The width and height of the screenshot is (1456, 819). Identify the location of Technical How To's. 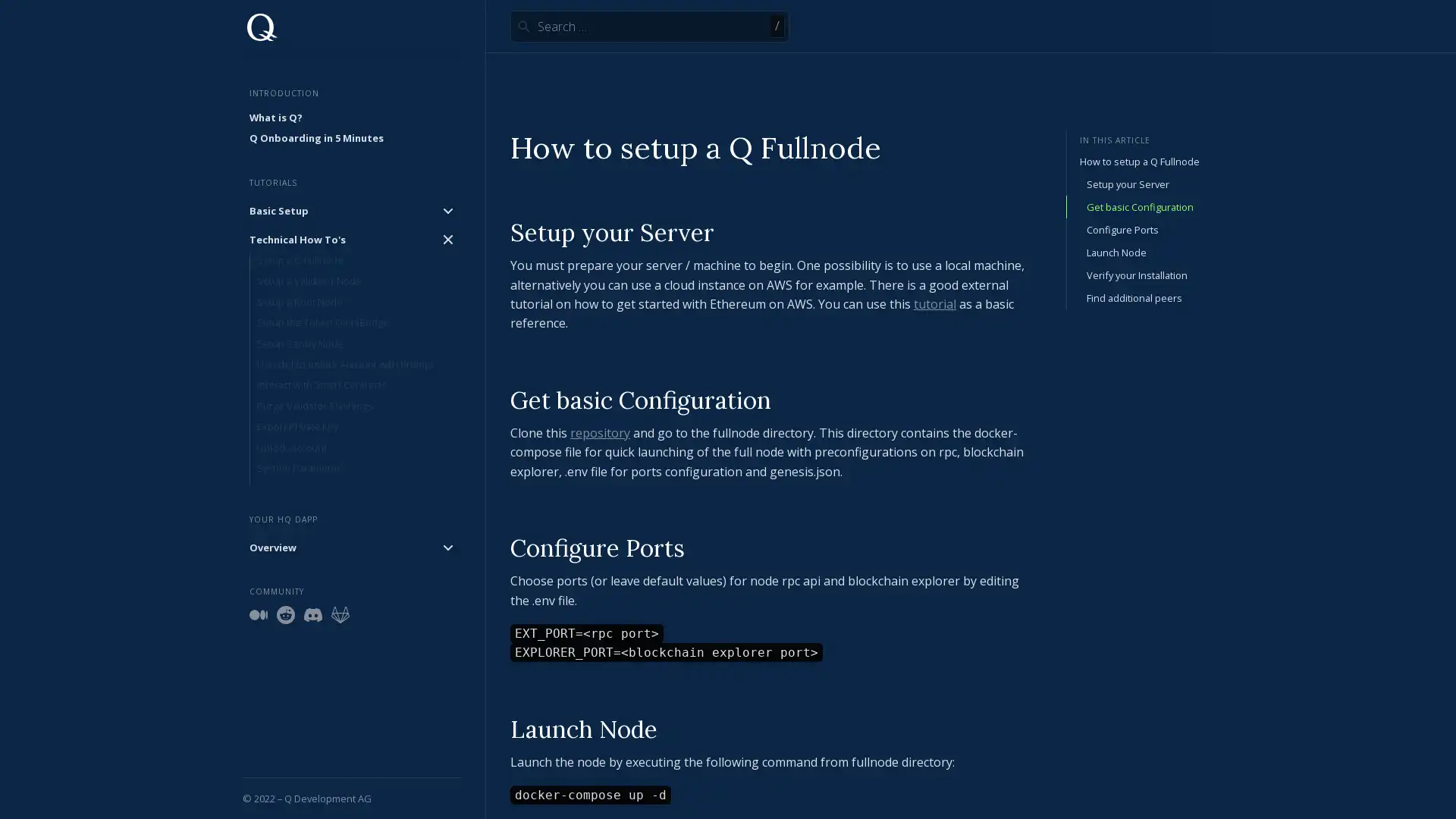
(351, 239).